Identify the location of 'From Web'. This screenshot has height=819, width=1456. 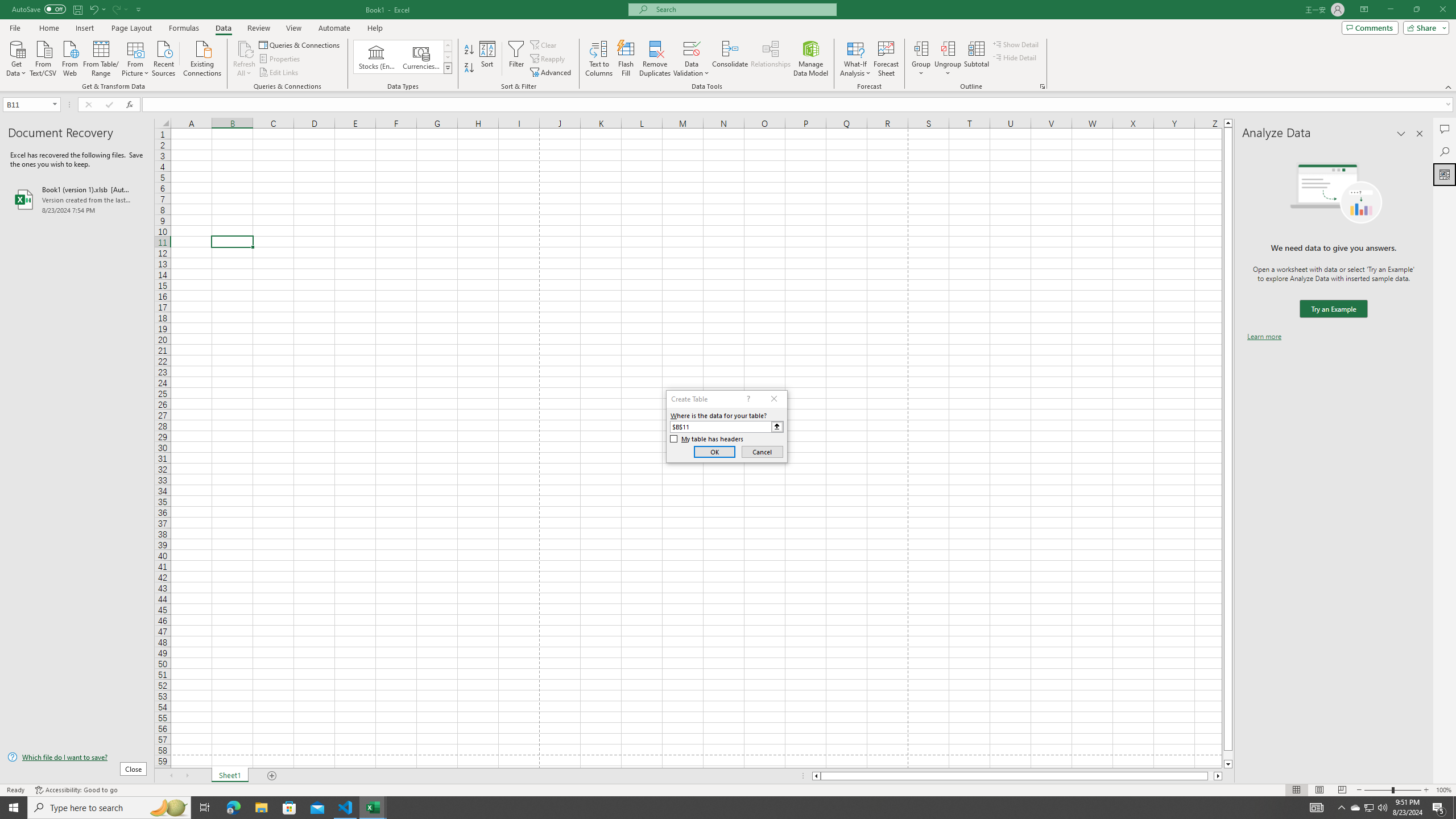
(69, 57).